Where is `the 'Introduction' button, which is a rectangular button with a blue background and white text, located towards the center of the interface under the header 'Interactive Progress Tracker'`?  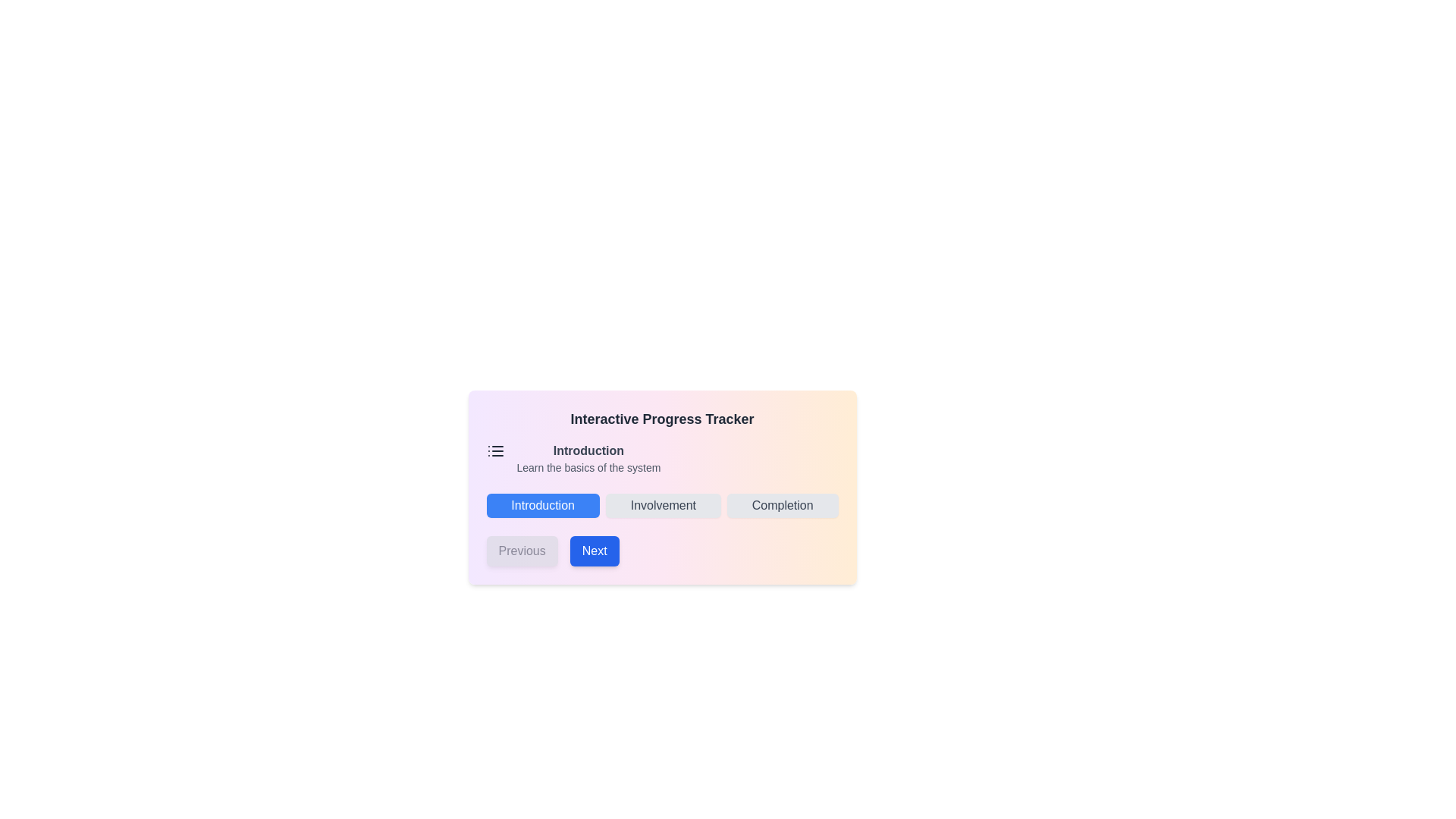
the 'Introduction' button, which is a rectangular button with a blue background and white text, located towards the center of the interface under the header 'Interactive Progress Tracker' is located at coordinates (543, 506).